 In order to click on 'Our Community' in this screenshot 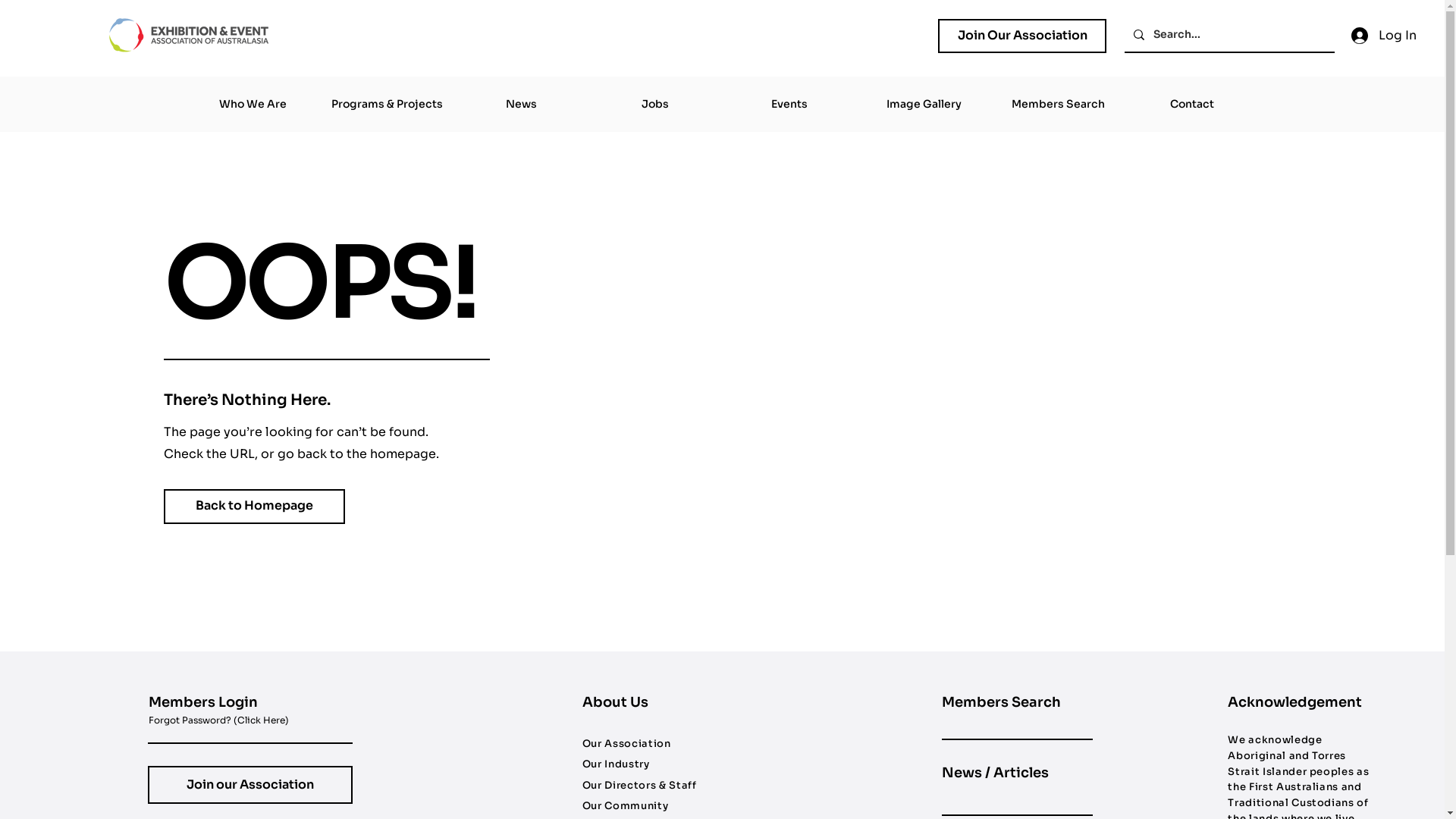, I will do `click(625, 805)`.